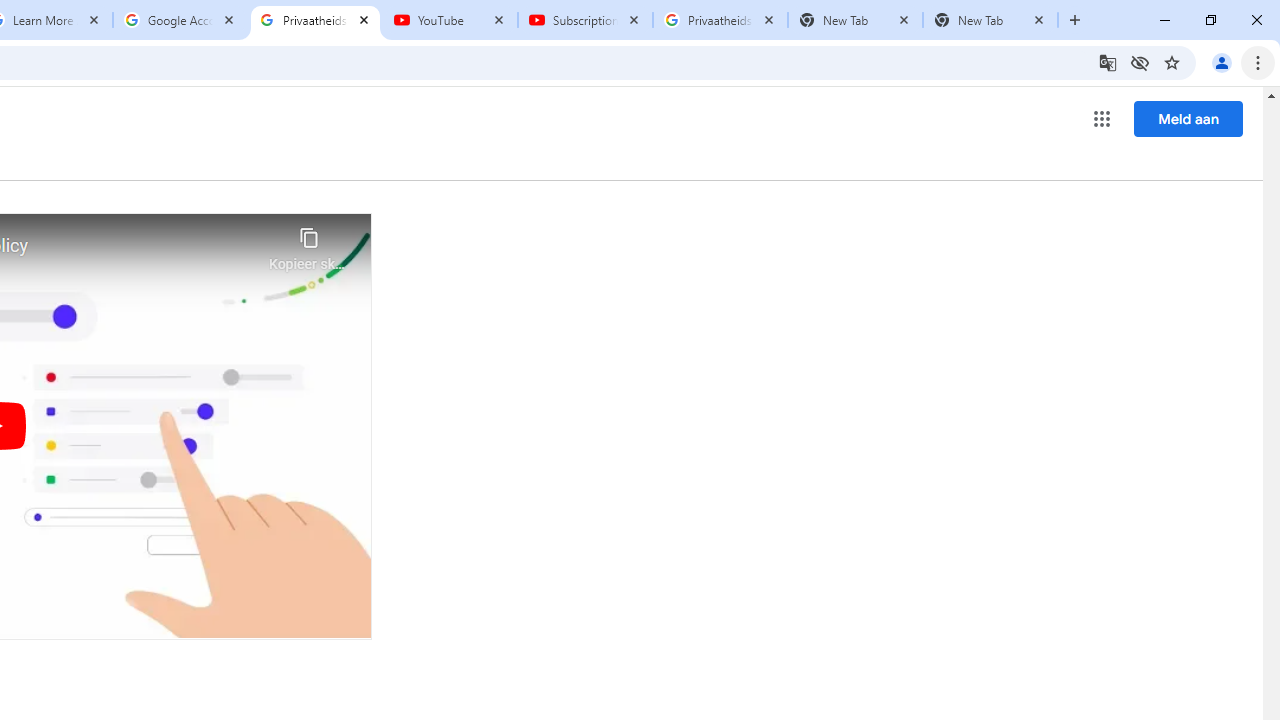 The width and height of the screenshot is (1280, 720). Describe the element at coordinates (584, 20) in the screenshot. I see `'Subscriptions - YouTube'` at that location.